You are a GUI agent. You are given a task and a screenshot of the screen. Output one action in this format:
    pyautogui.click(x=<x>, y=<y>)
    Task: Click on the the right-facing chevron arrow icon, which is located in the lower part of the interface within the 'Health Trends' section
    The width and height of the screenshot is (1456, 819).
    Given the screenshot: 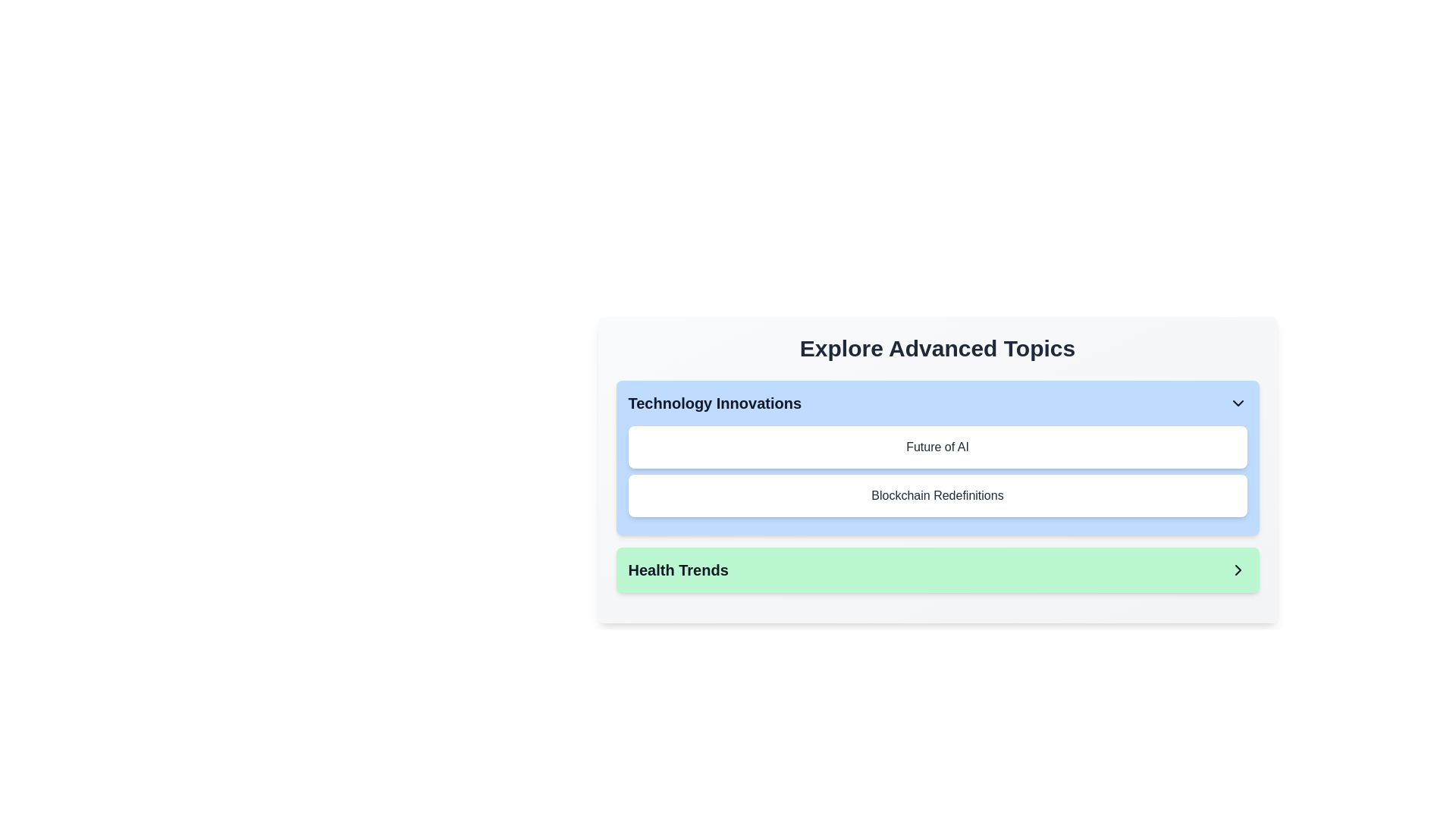 What is the action you would take?
    pyautogui.click(x=1238, y=570)
    